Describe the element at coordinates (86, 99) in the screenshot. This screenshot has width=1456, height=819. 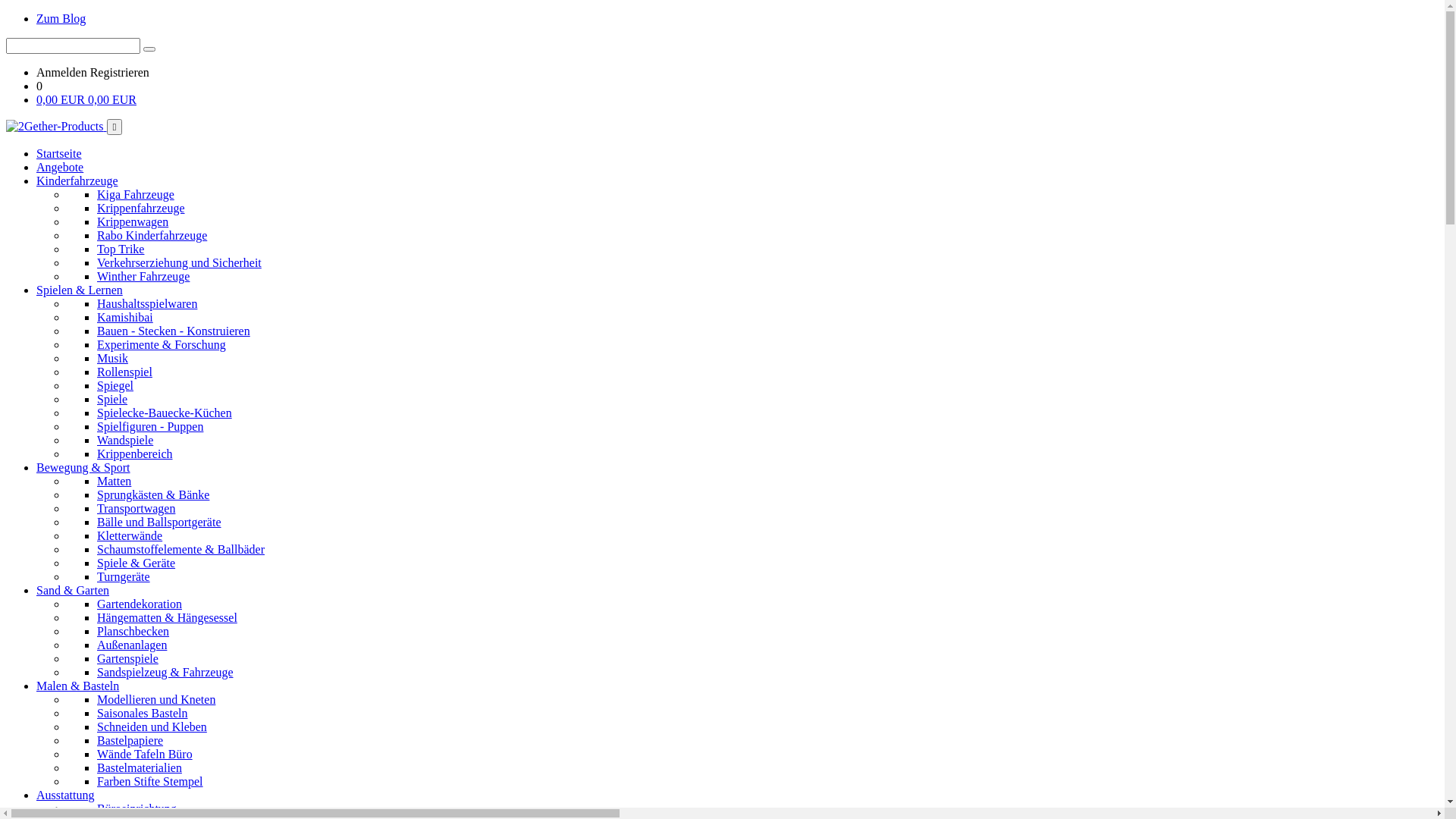
I see `'0,00 EUR 0,00 EUR'` at that location.